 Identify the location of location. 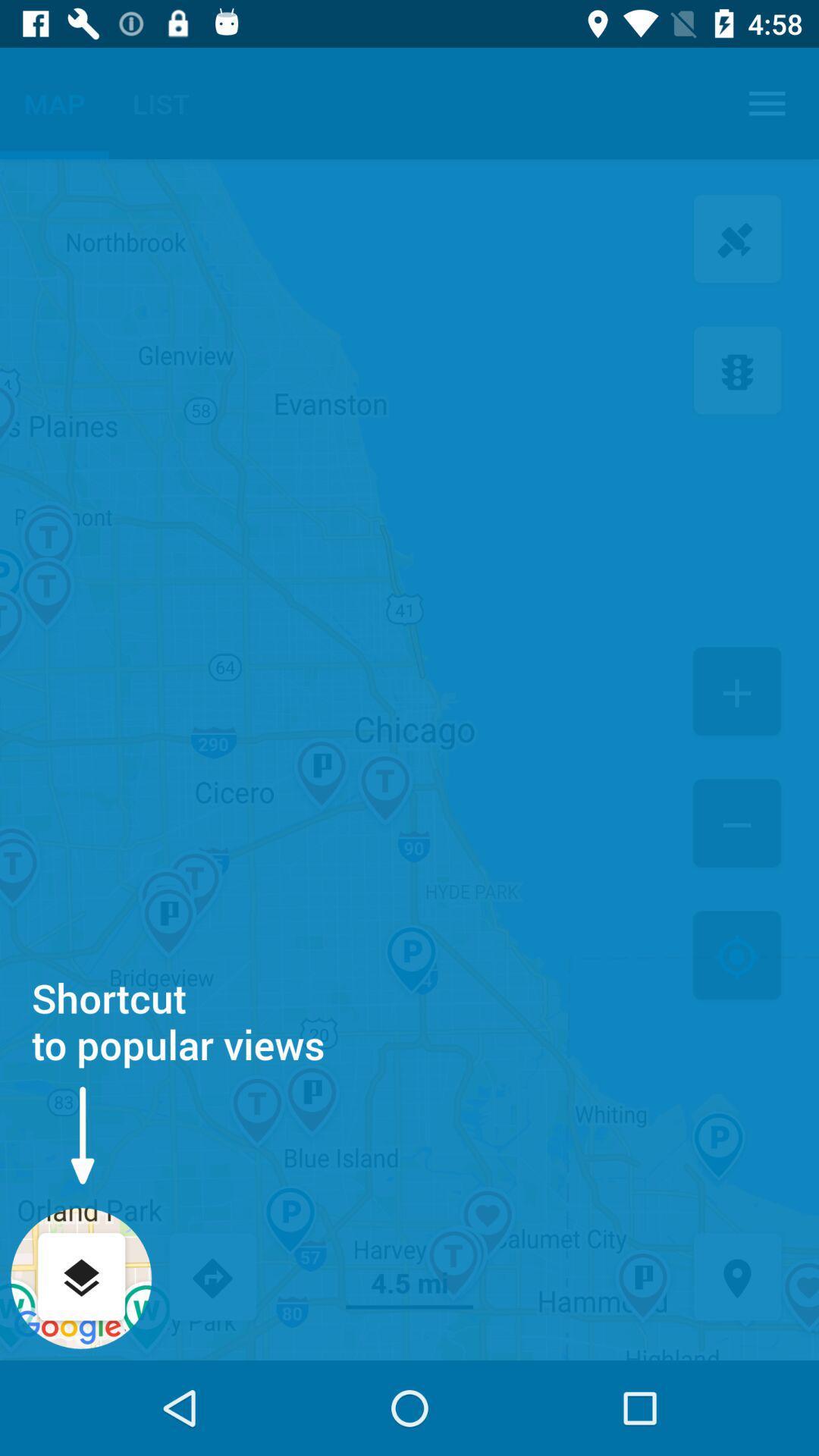
(736, 1278).